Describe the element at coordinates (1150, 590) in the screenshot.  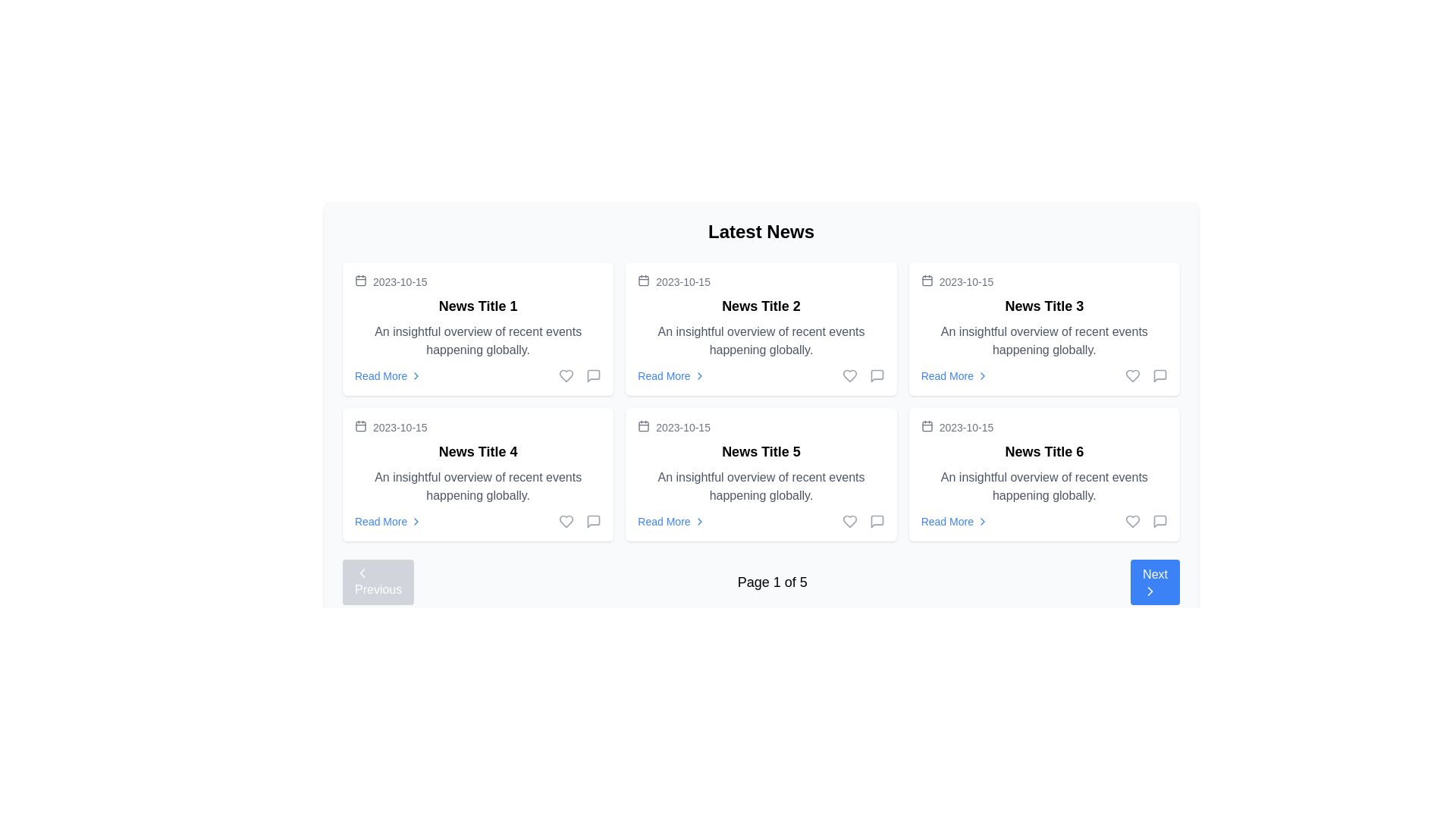
I see `the right-facing chevron icon within the blue 'Next' button` at that location.